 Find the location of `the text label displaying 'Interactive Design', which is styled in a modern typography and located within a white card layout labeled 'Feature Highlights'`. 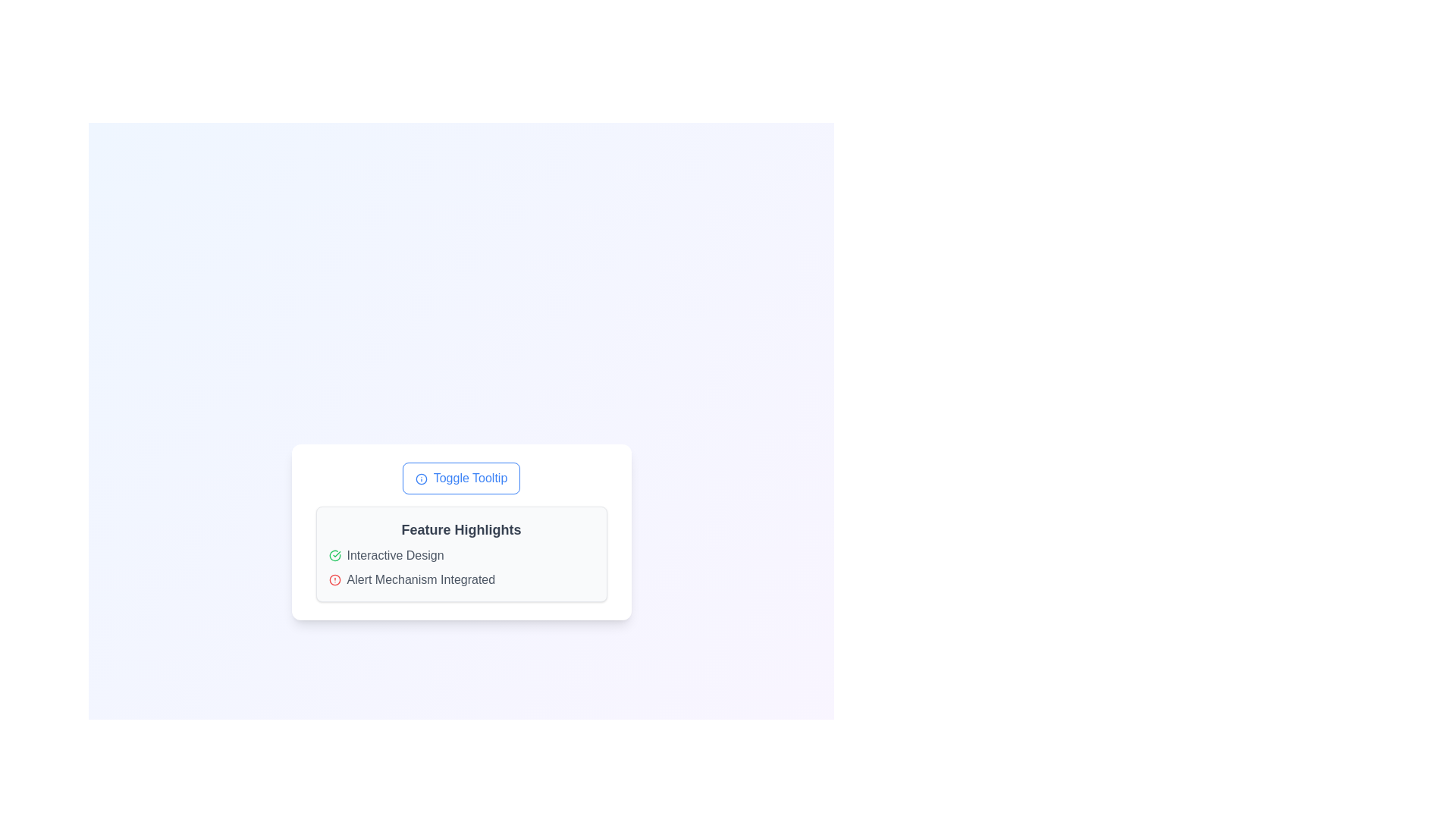

the text label displaying 'Interactive Design', which is styled in a modern typography and located within a white card layout labeled 'Feature Highlights' is located at coordinates (395, 555).